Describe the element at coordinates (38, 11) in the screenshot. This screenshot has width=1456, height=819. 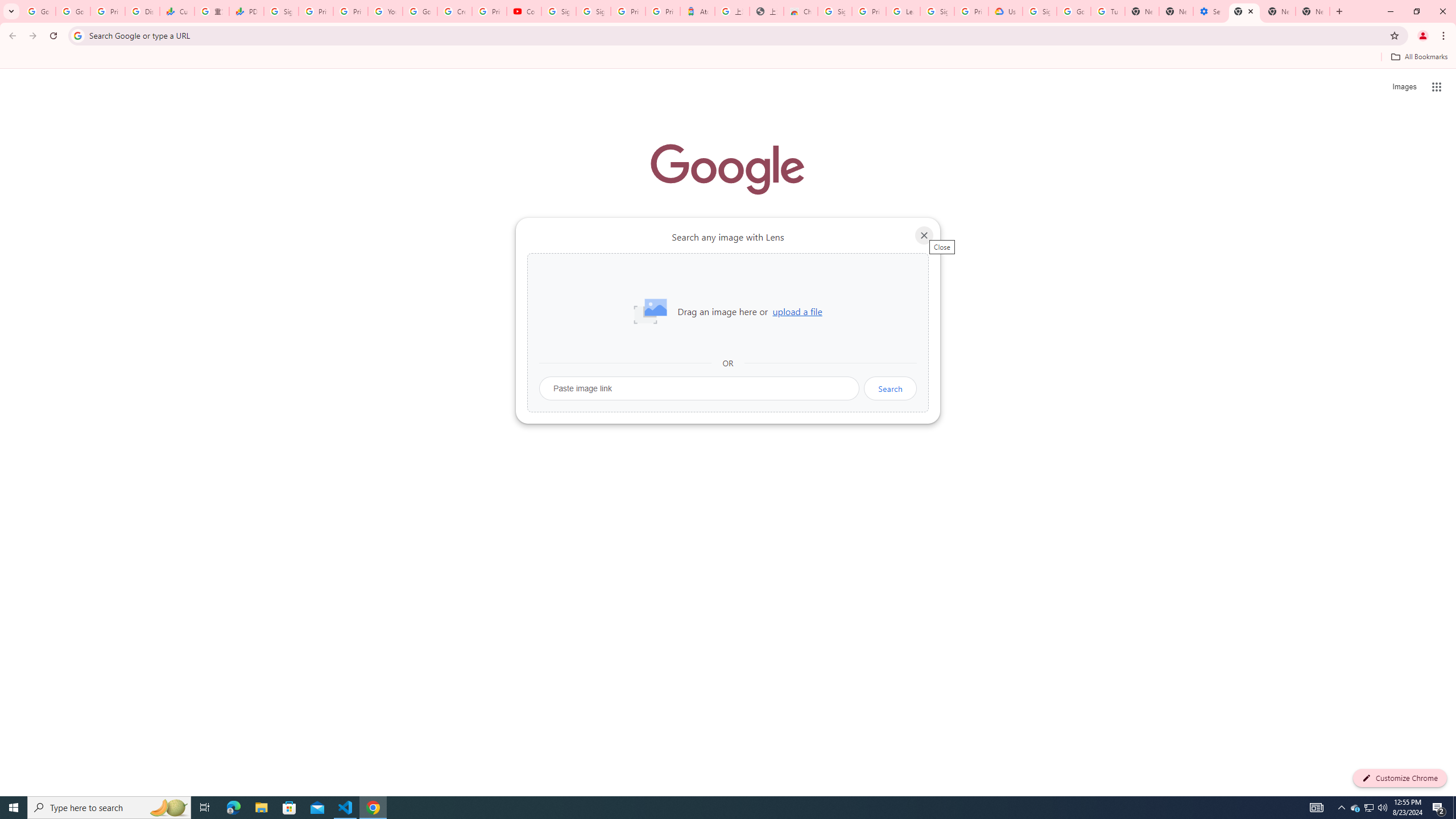
I see `'Google Workspace Admin Community'` at that location.